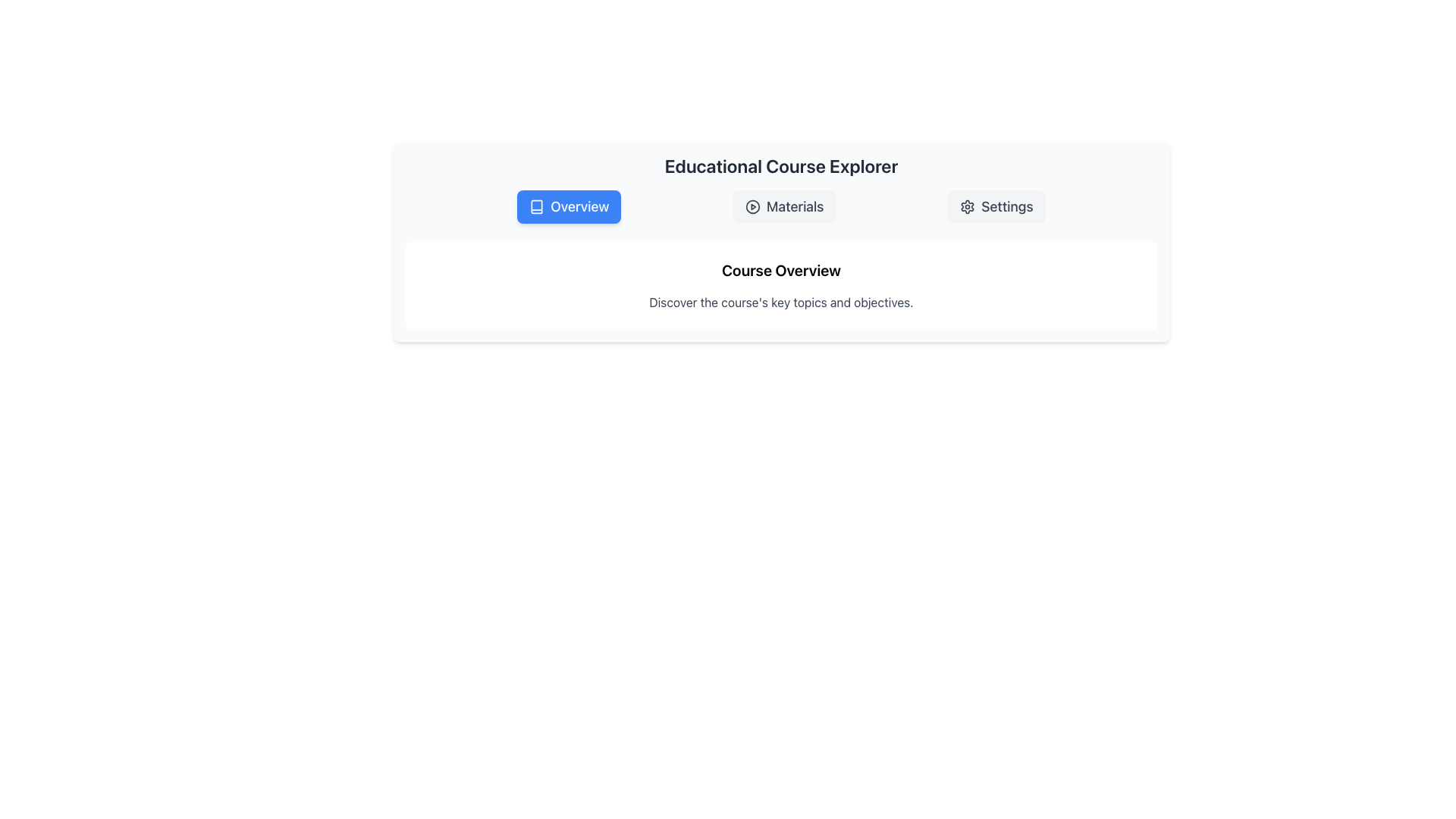 The image size is (1456, 819). I want to click on the gear icon located in the top-right portion of the toolbar, so click(967, 207).